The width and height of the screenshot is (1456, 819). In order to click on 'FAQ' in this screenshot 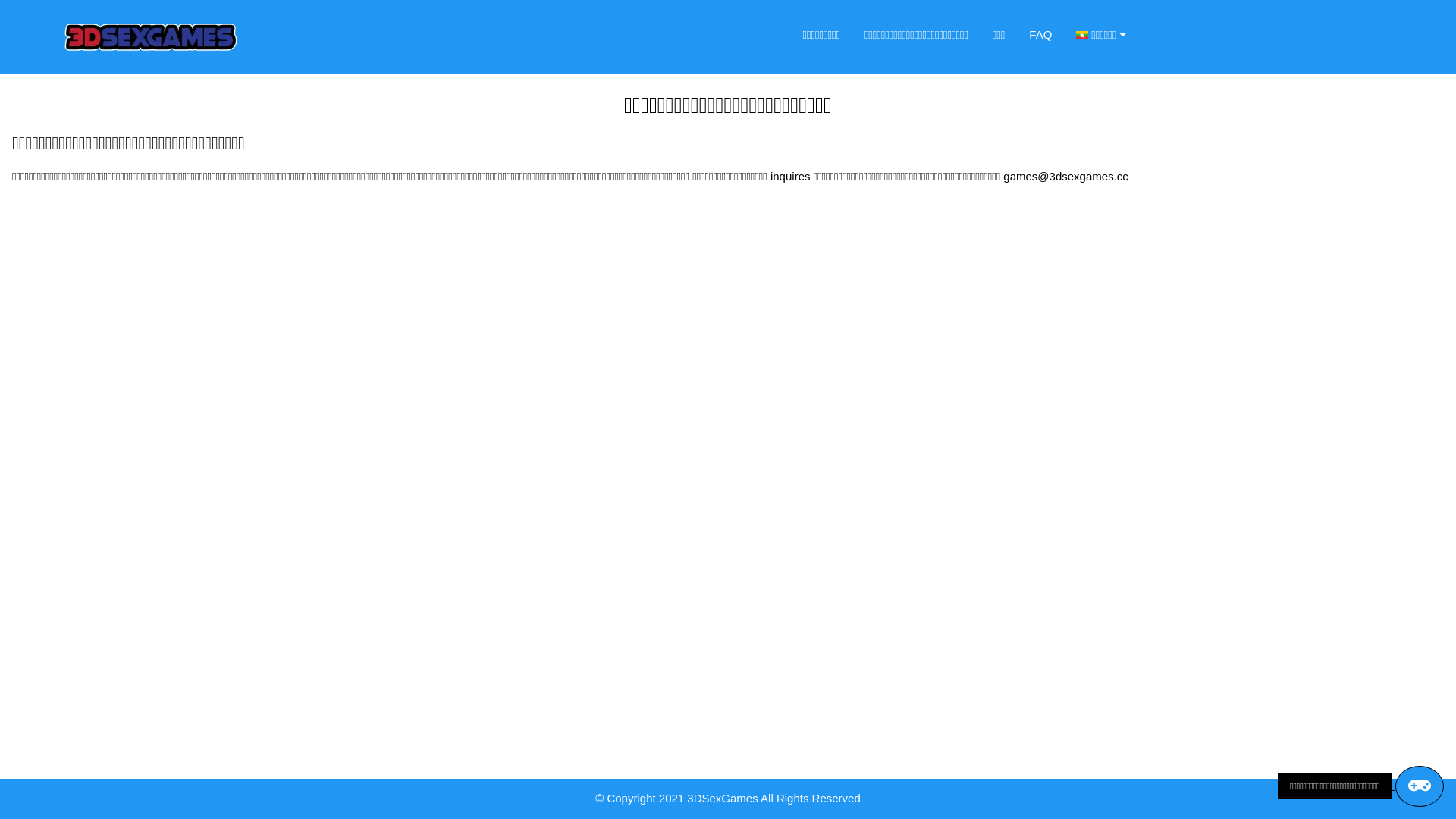, I will do `click(1016, 34)`.